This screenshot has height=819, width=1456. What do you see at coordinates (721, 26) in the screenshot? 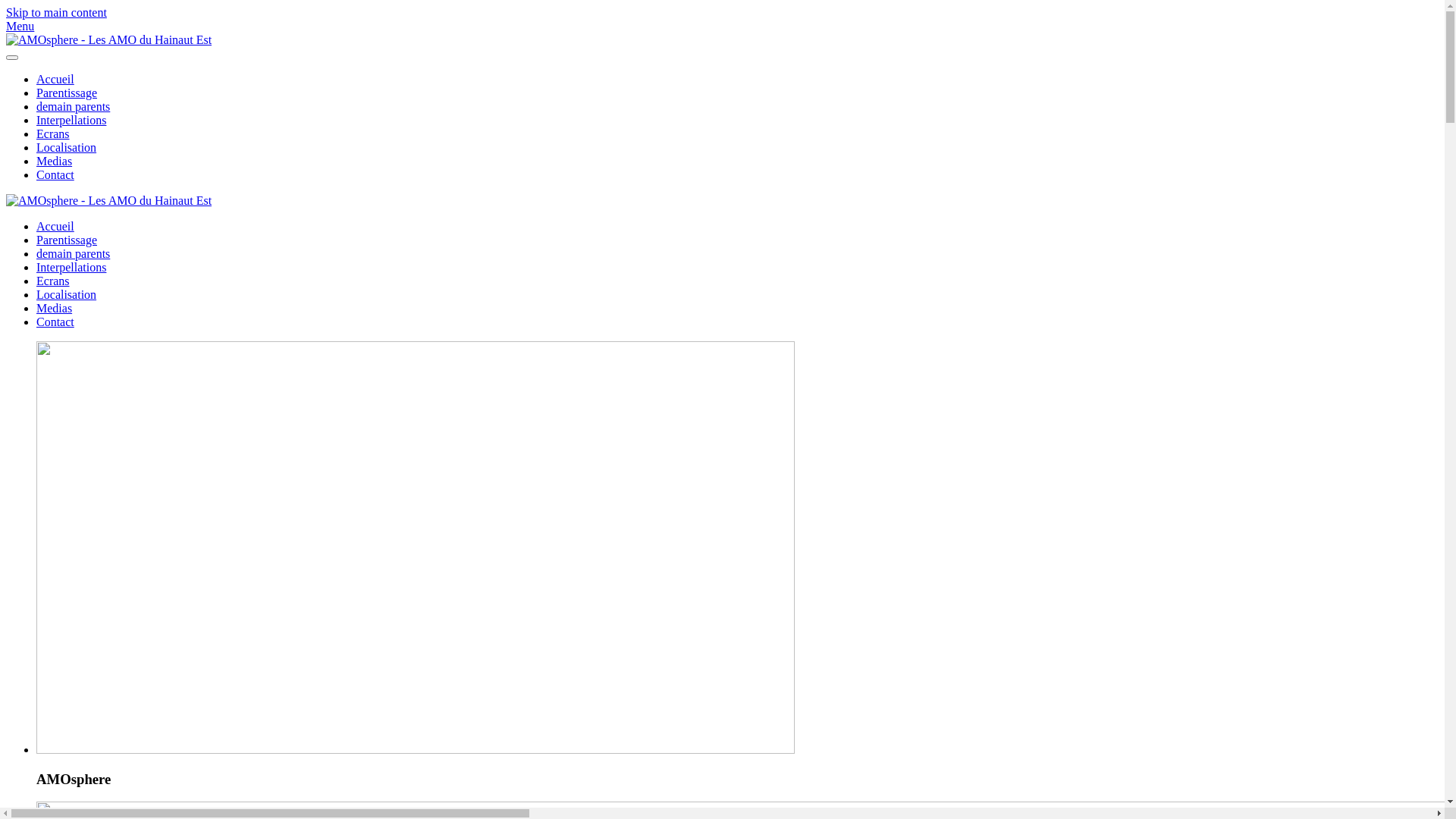
I see `'Menu'` at bounding box center [721, 26].